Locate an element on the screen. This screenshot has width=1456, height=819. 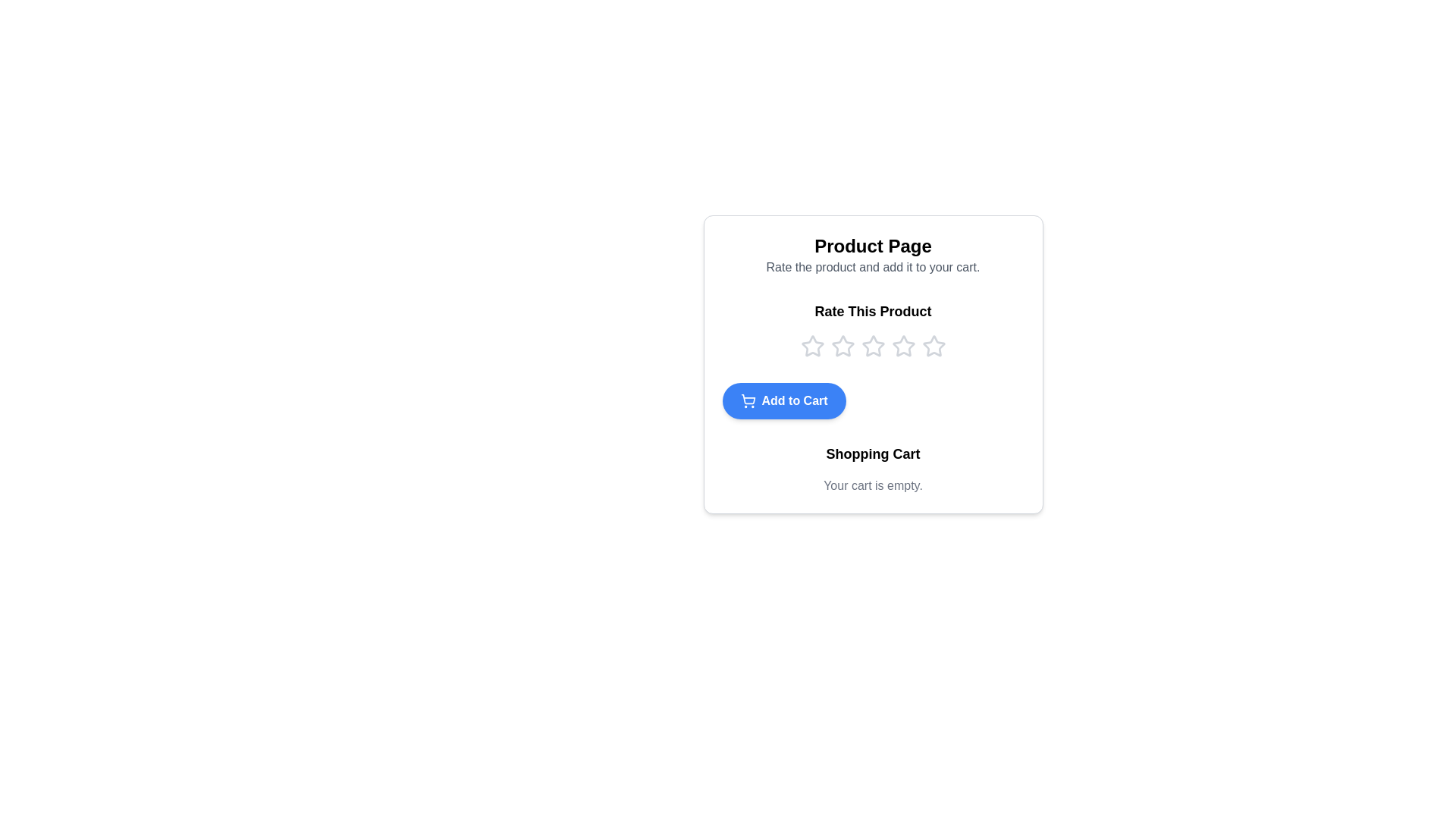
the 'Add to Cart' button is located at coordinates (794, 400).